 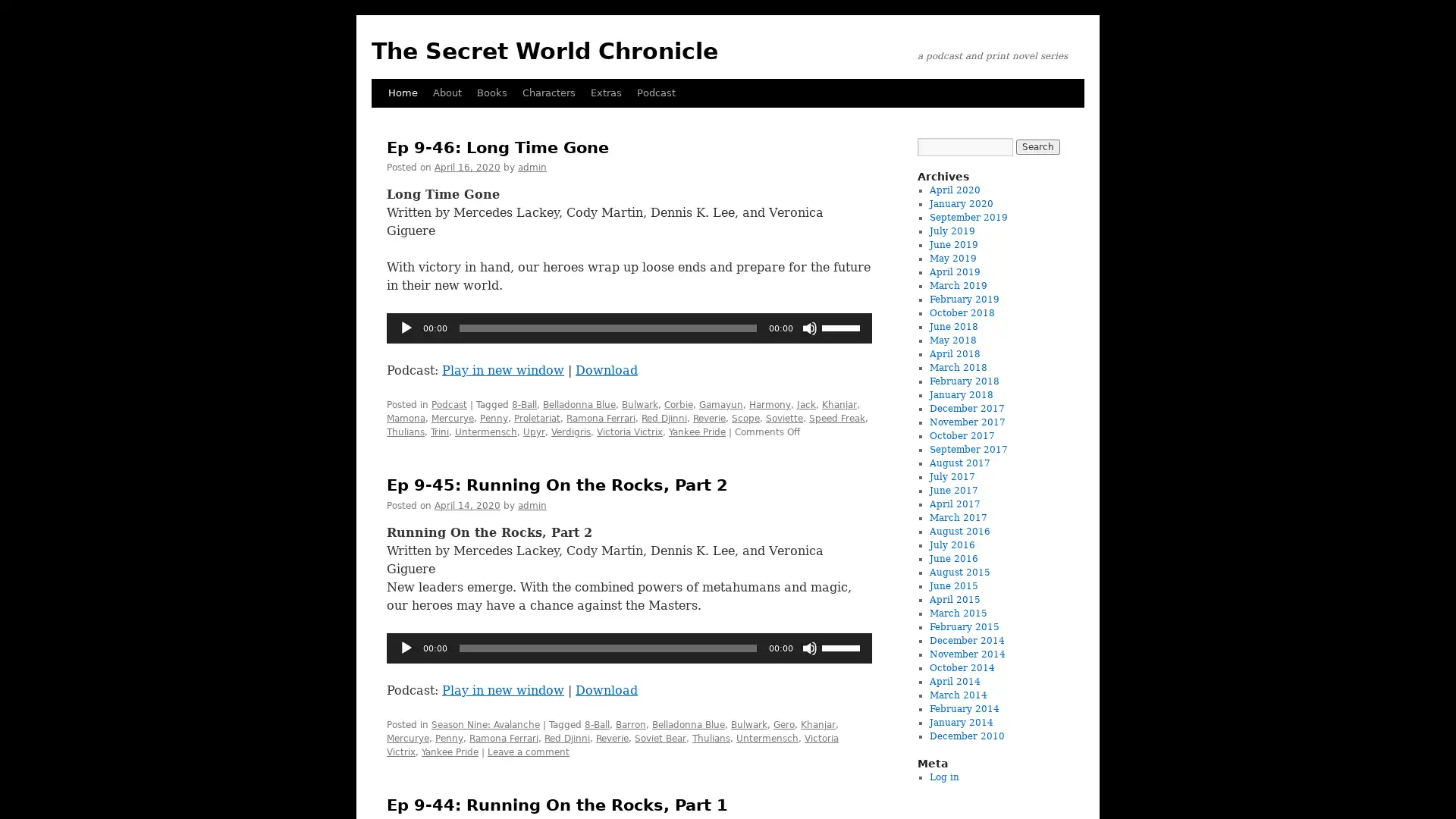 What do you see at coordinates (808, 327) in the screenshot?
I see `Mute` at bounding box center [808, 327].